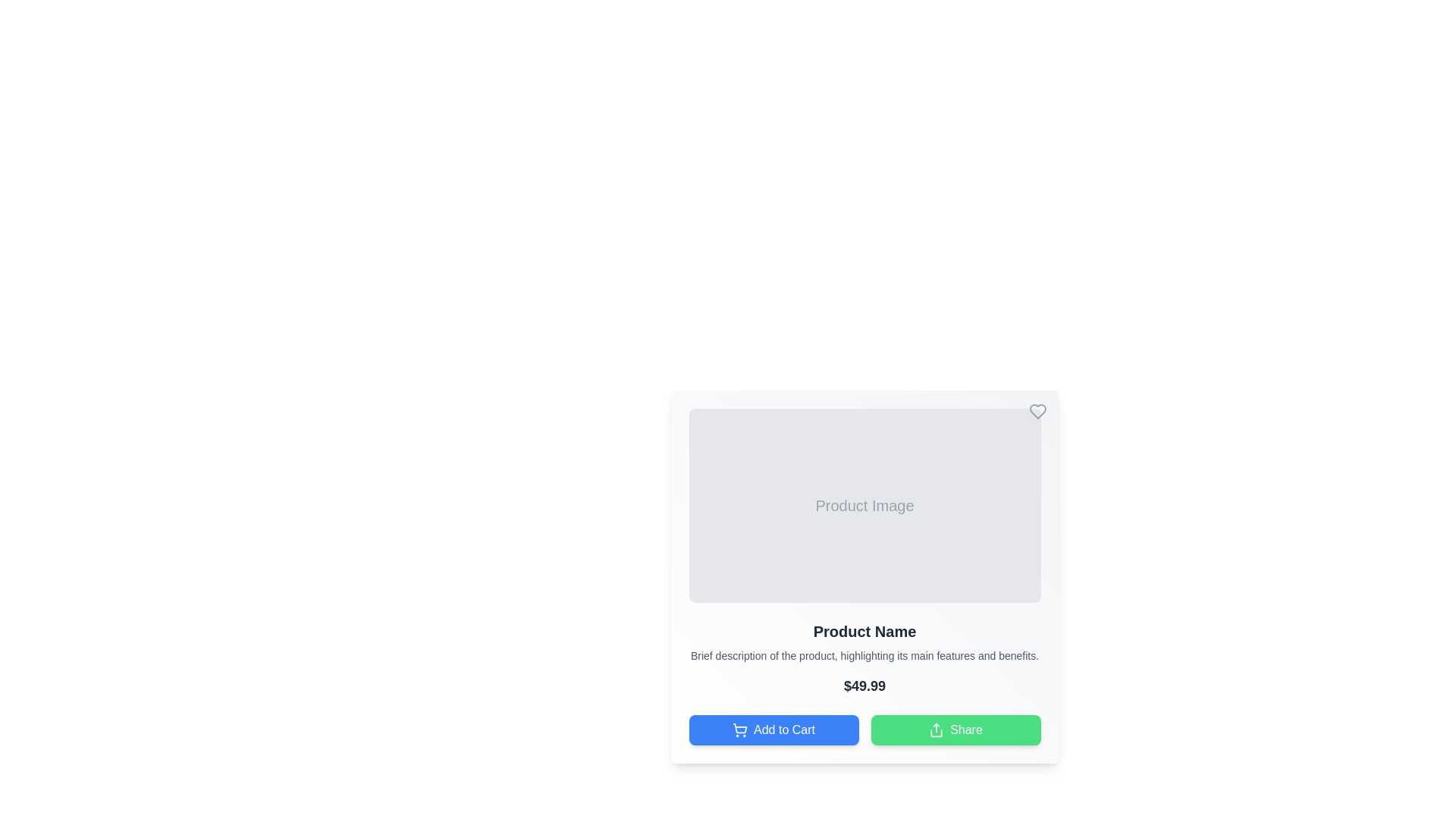 Image resolution: width=1456 pixels, height=819 pixels. I want to click on the Text Display element that shows the product price, located below the product description and above the action buttons, so click(864, 686).